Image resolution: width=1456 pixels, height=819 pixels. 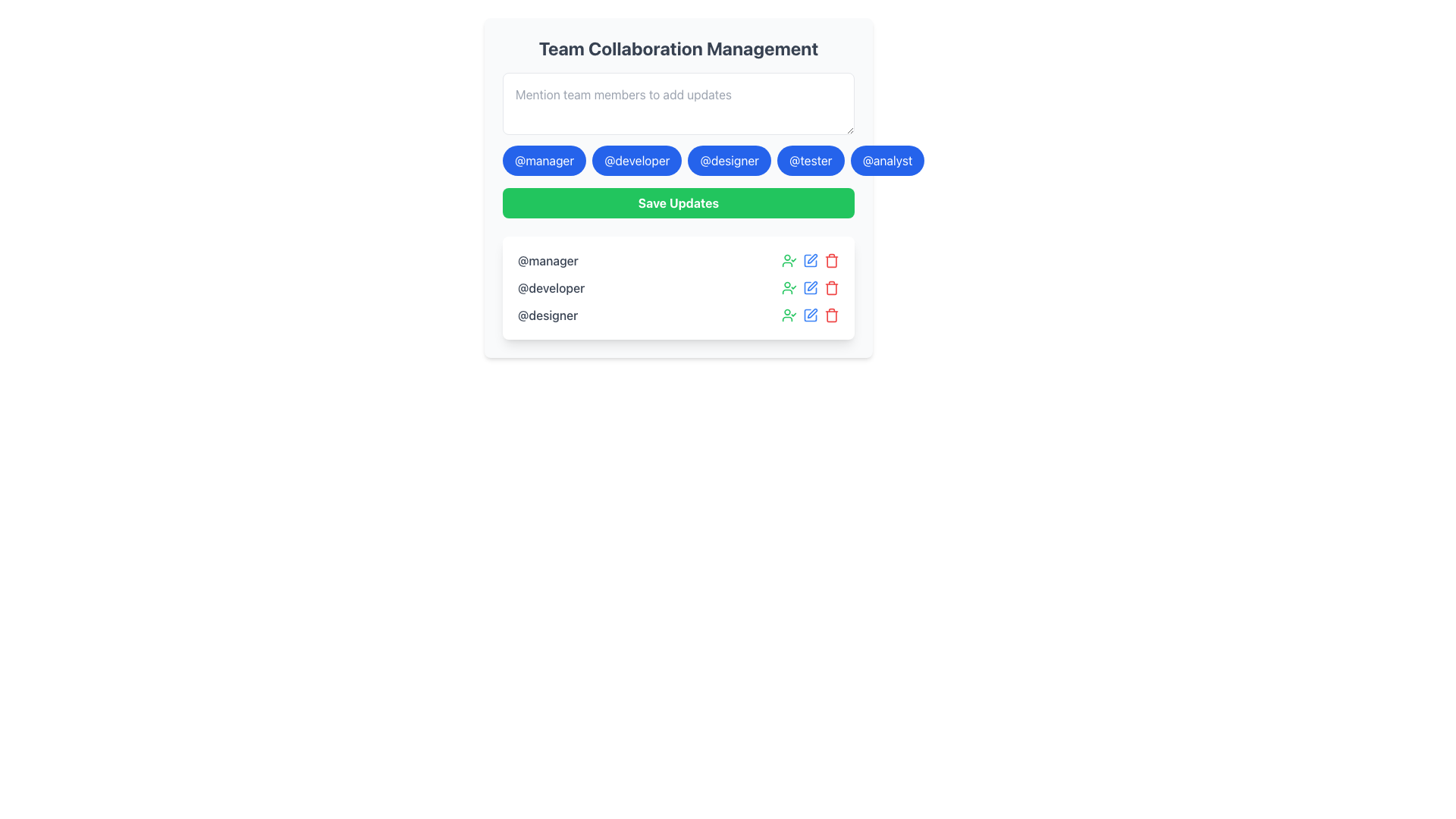 I want to click on the square and pen icon to the left of the text '@developer' in the list of team members, so click(x=810, y=288).